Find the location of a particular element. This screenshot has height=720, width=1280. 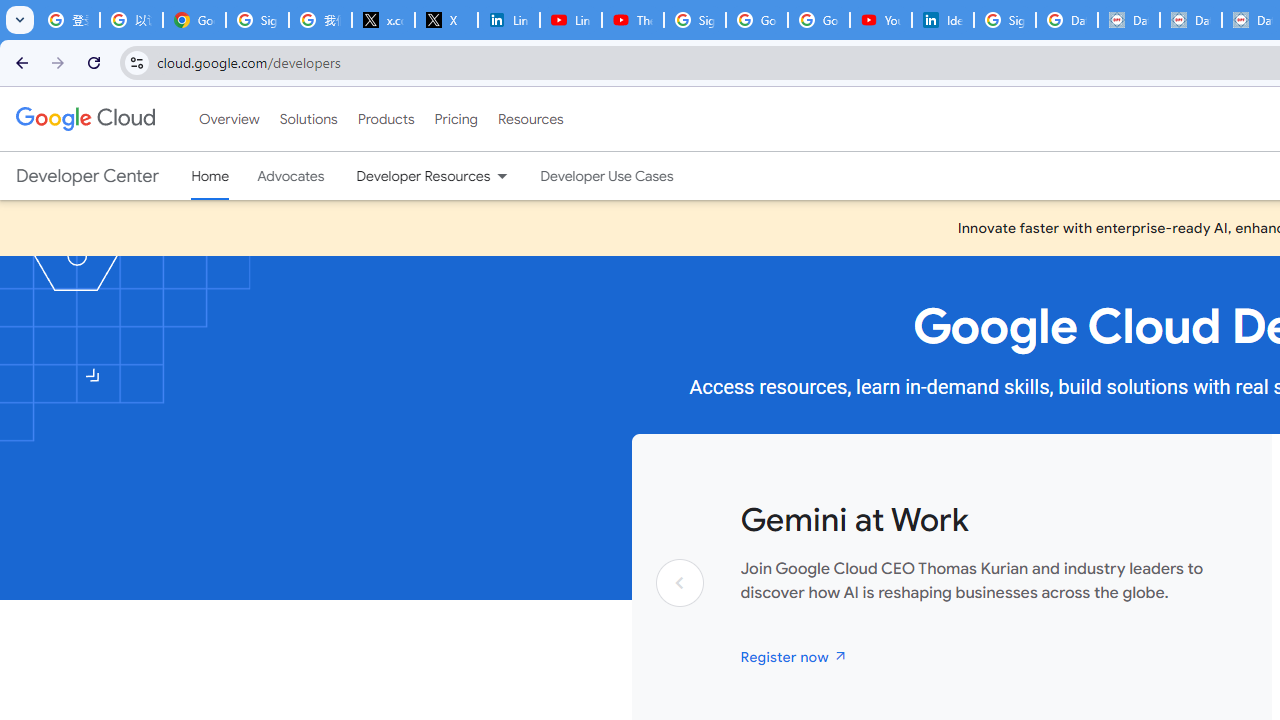

'Home, selected' is located at coordinates (210, 175).